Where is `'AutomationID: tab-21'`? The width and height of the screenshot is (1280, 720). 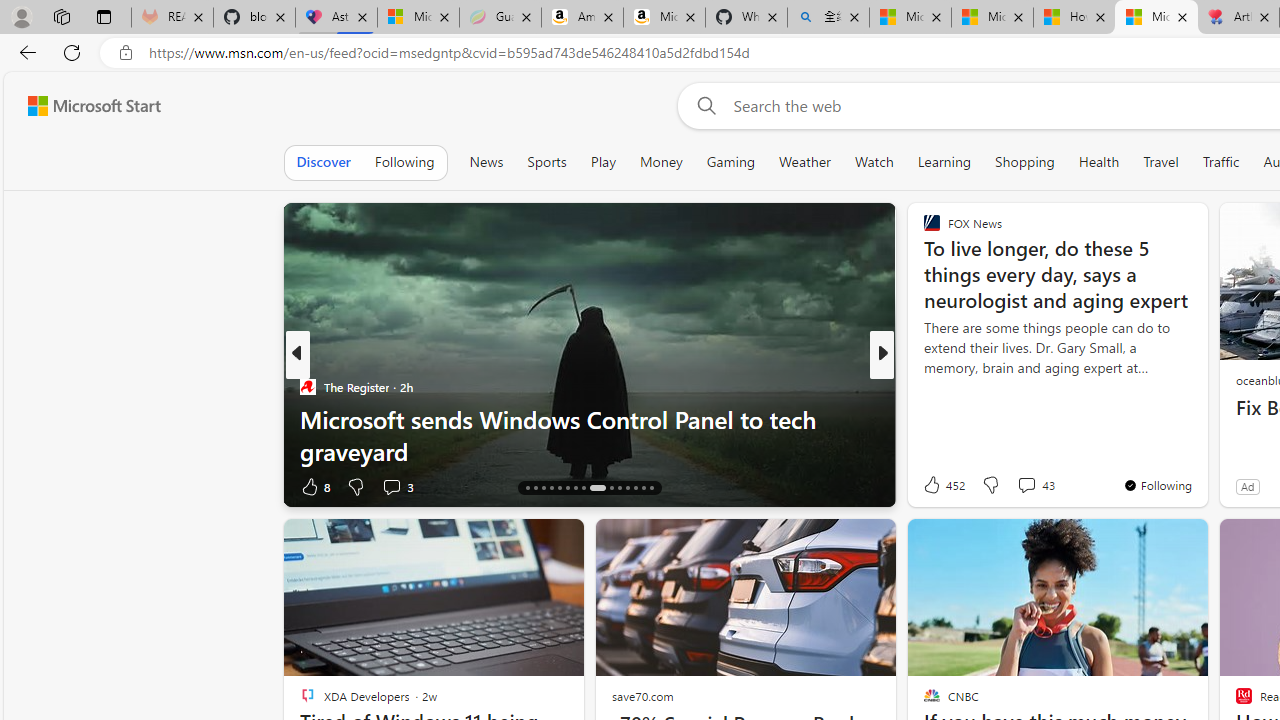 'AutomationID: tab-21' is located at coordinates (566, 488).